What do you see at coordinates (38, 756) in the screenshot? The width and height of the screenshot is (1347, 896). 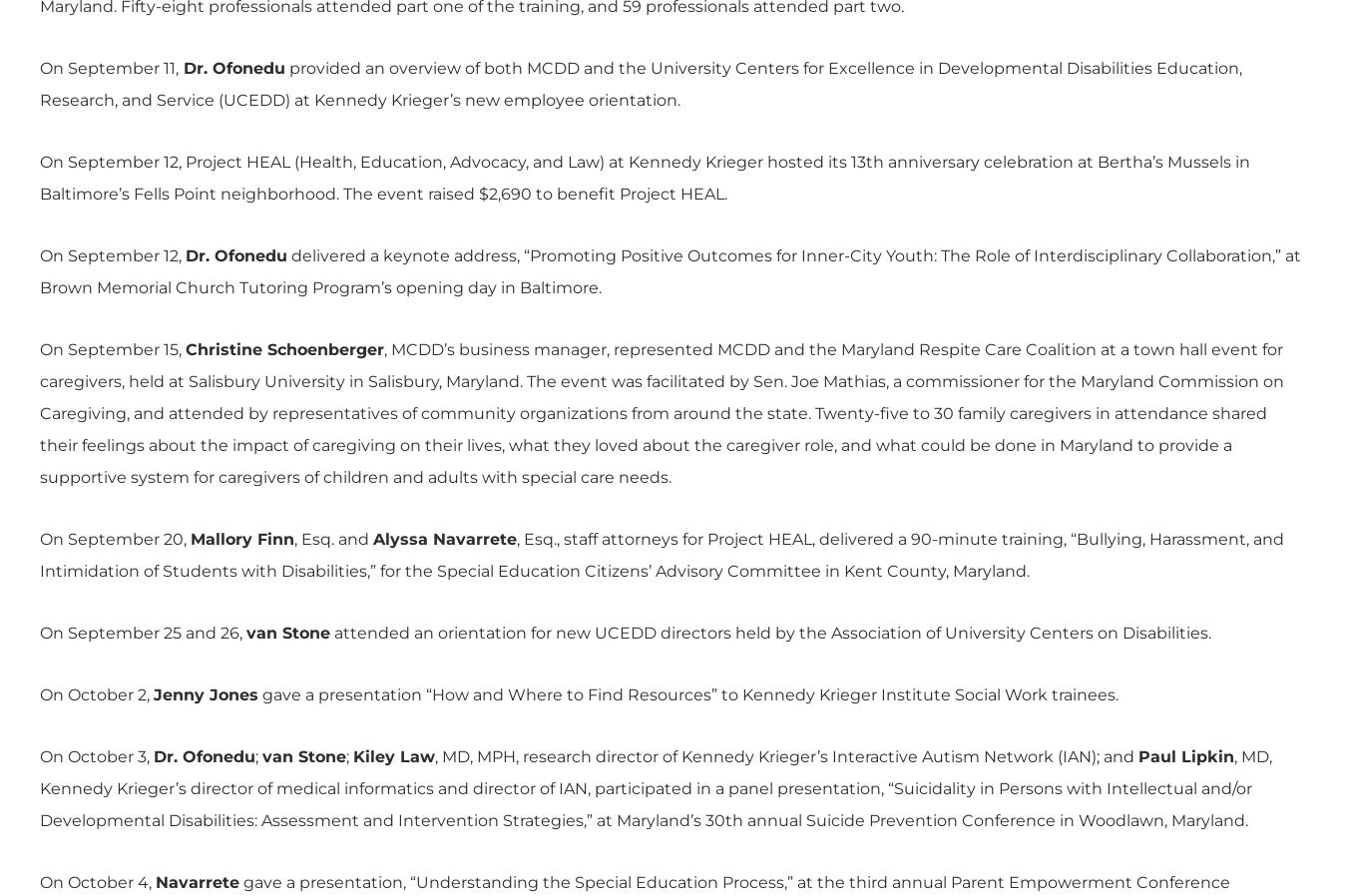 I see `'On October 3,'` at bounding box center [38, 756].